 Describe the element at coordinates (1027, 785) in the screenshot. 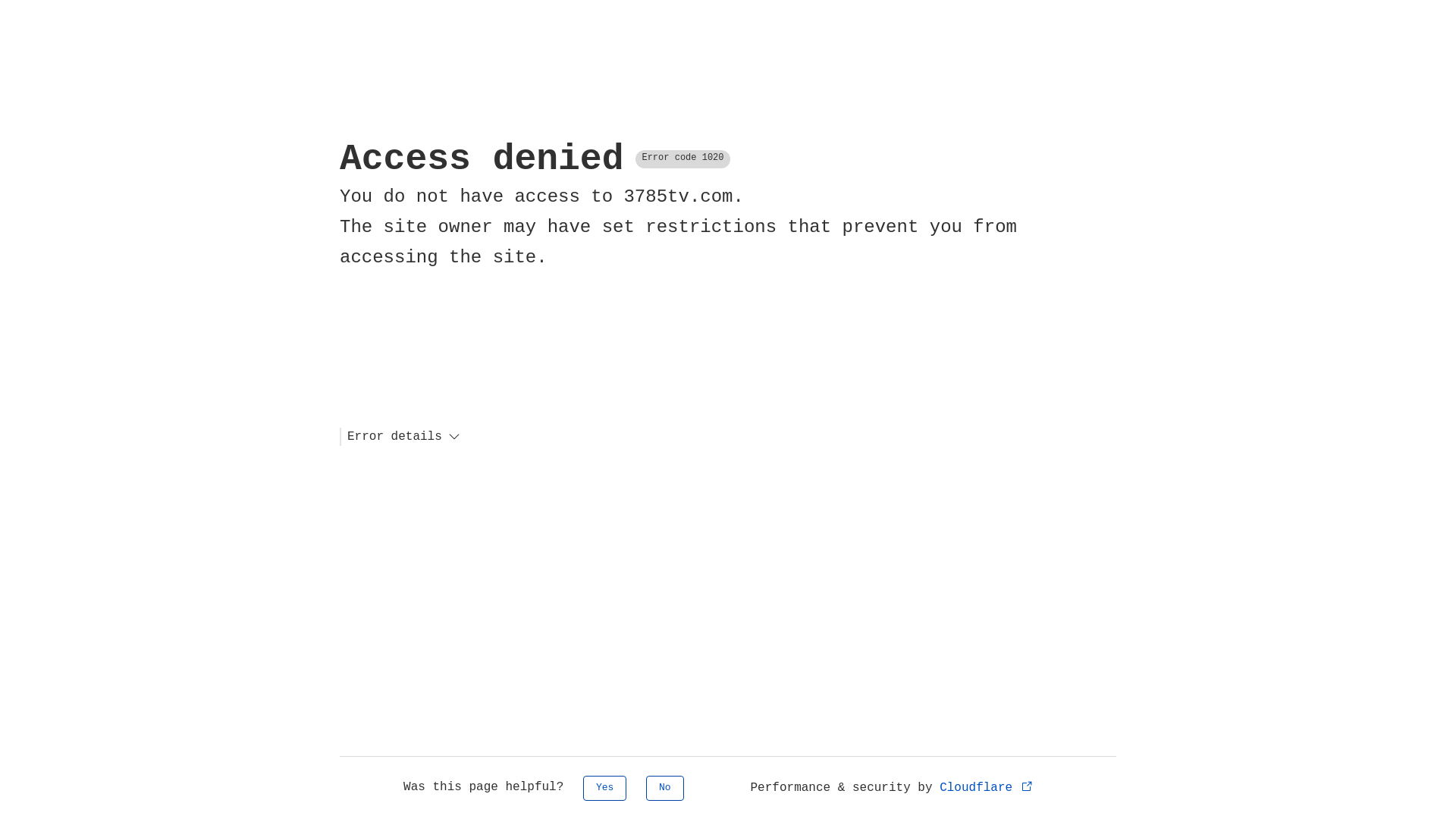

I see `'Opens in new tab'` at that location.